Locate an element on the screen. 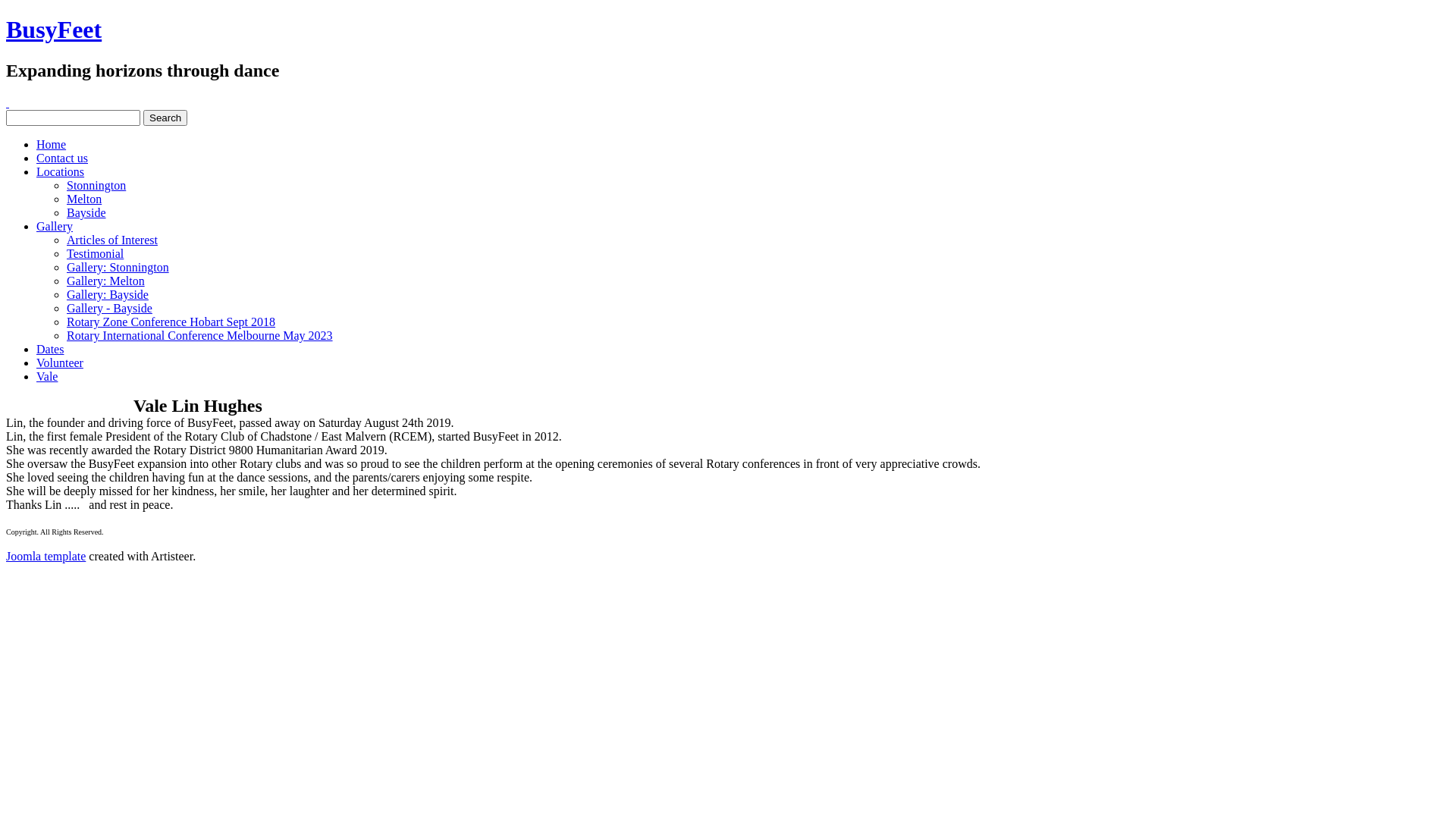  'Search' is located at coordinates (143, 117).